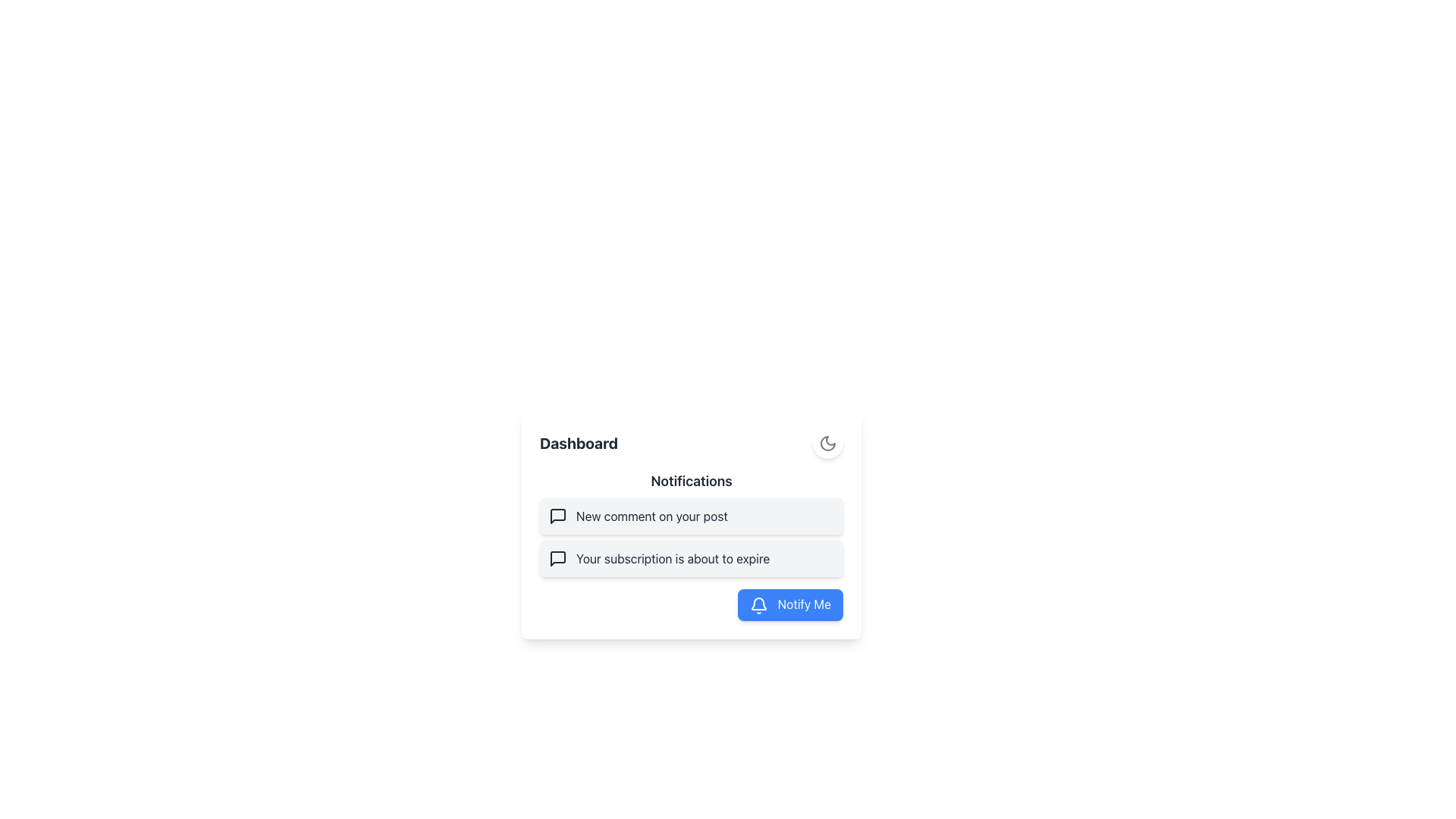 The width and height of the screenshot is (1456, 819). What do you see at coordinates (557, 558) in the screenshot?
I see `the compact dialogue icon, which is a rectangular shape with a triangular pointer at the bottom, located to the left of the notification title 'Your subscription is about to expire'` at bounding box center [557, 558].